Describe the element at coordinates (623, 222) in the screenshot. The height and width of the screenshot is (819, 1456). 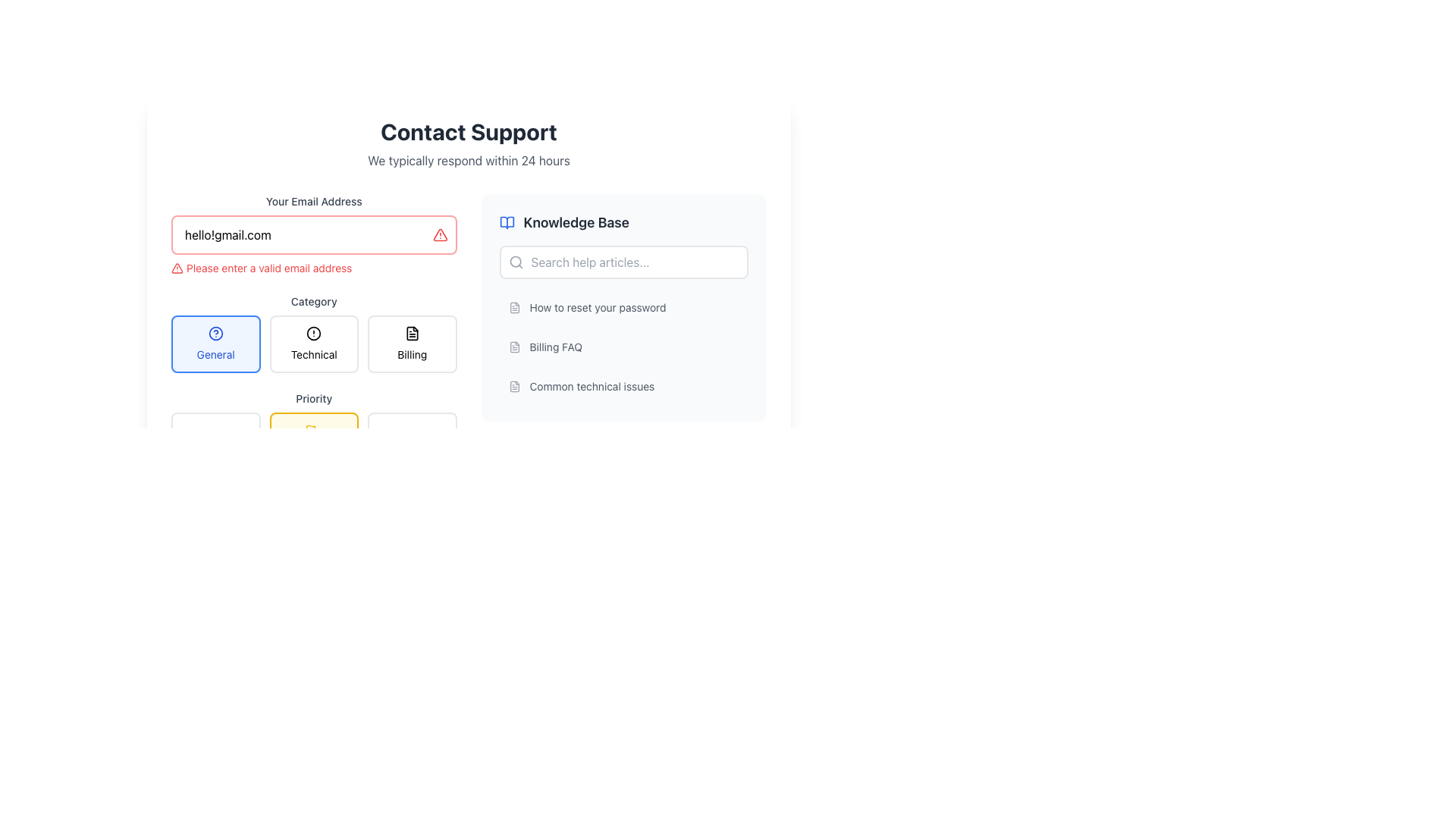
I see `the horizontal layout element containing a small blue icon resembling an open book and bold text labeled 'Knowledge Base', located in the right panel above the search bar` at that location.